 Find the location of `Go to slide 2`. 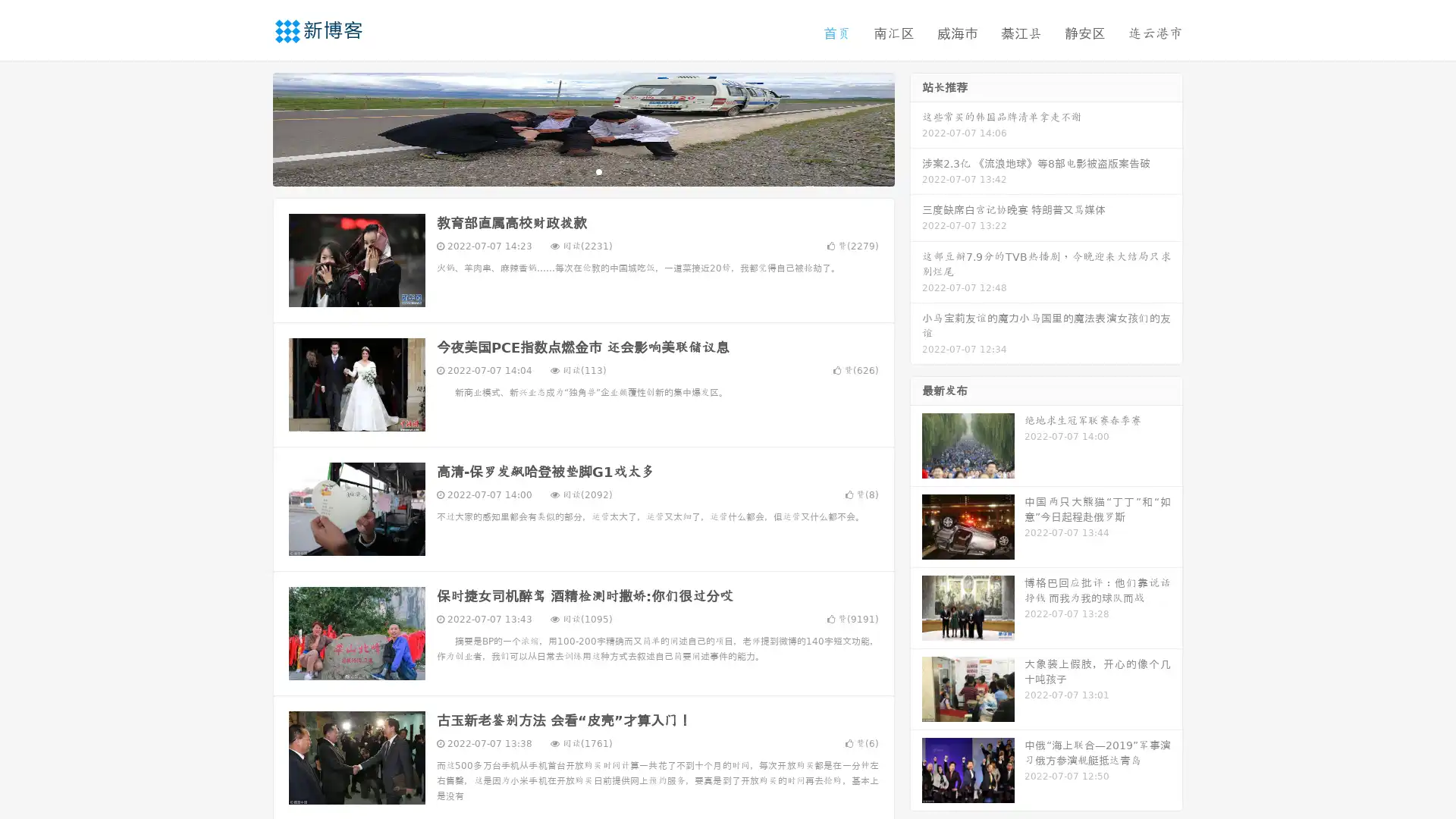

Go to slide 2 is located at coordinates (582, 171).